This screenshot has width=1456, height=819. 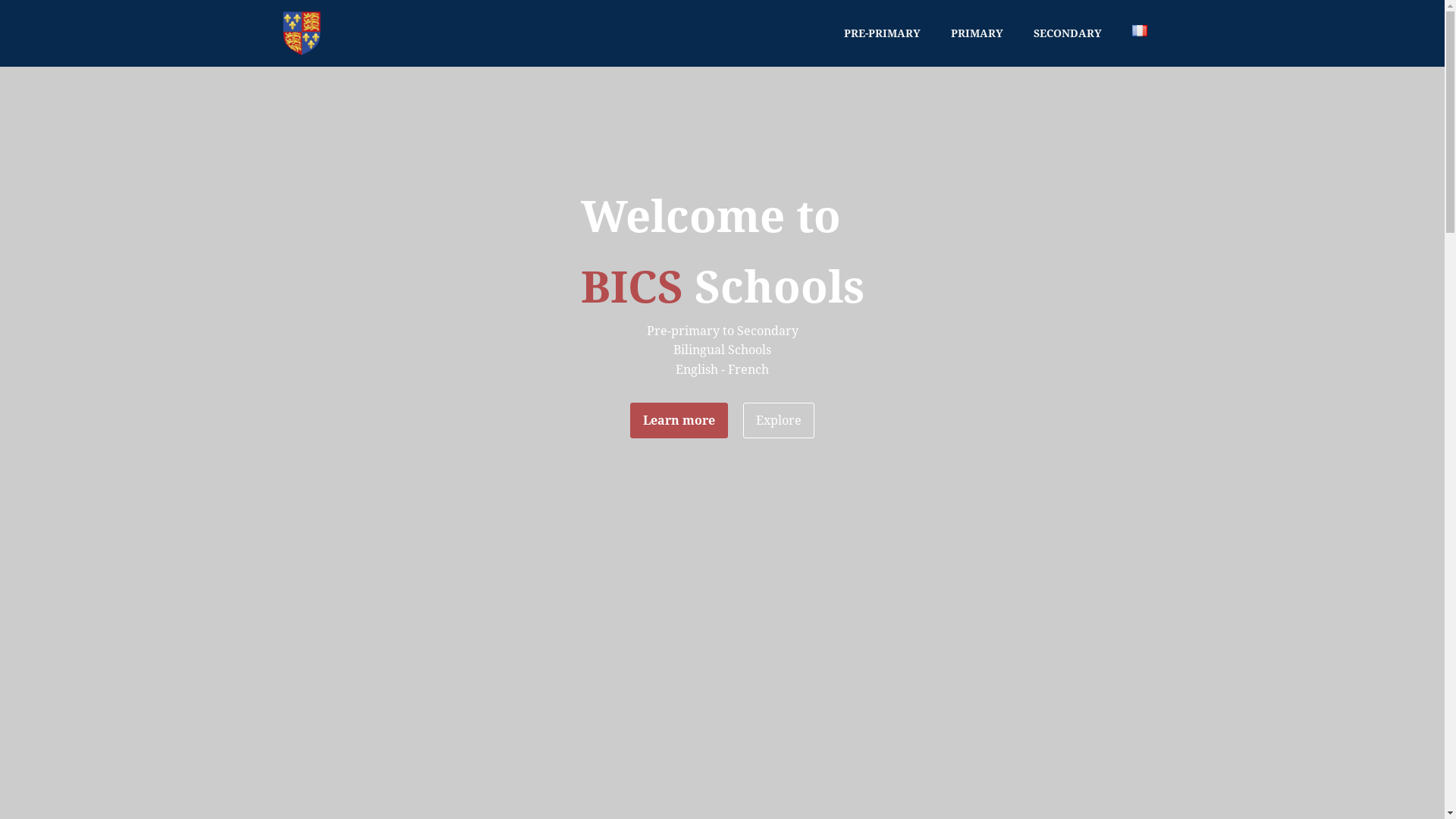 I want to click on 'Explore', so click(x=779, y=421).